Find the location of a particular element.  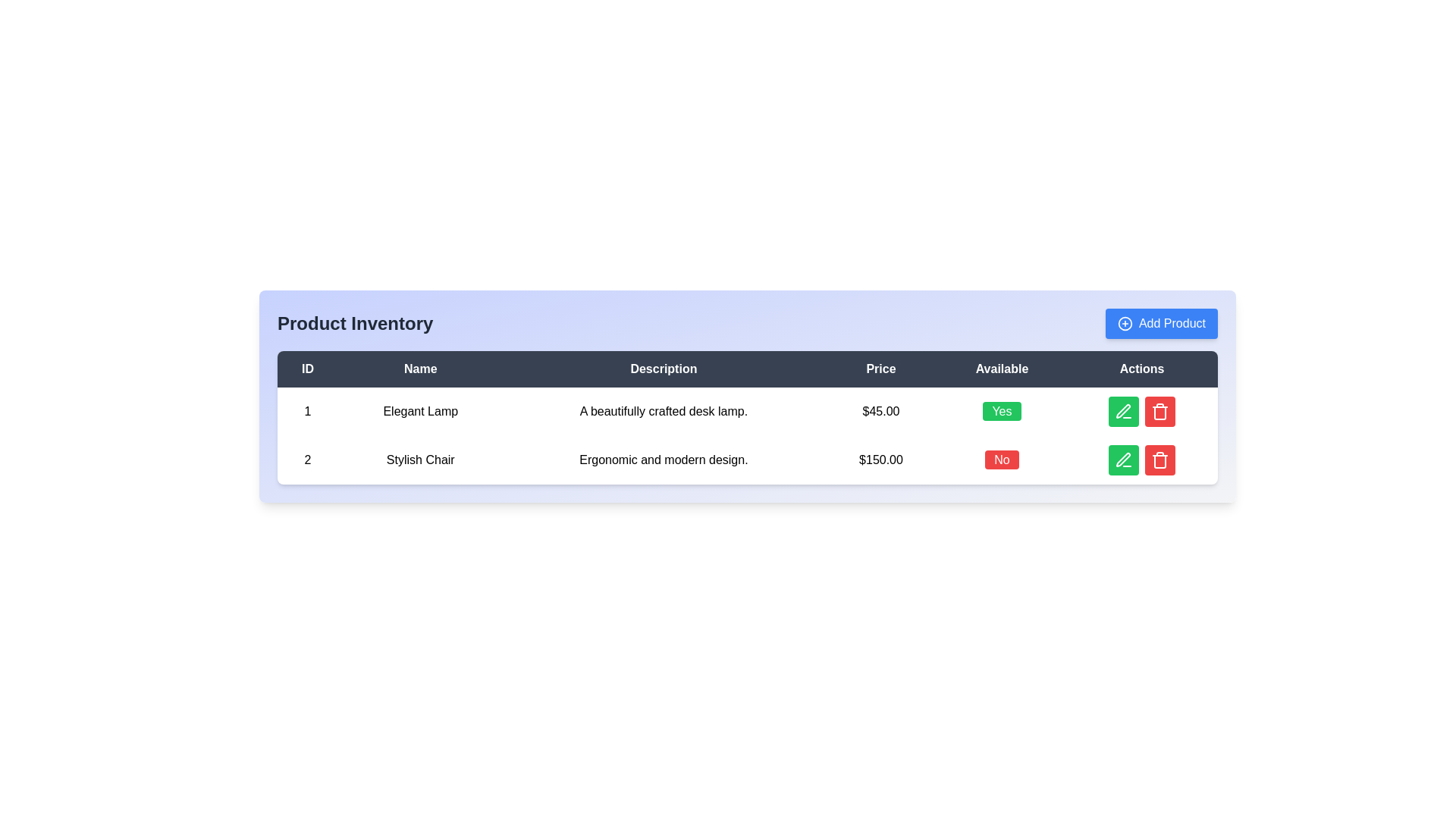

the edit button in the second row of the action column within the table is located at coordinates (1124, 412).